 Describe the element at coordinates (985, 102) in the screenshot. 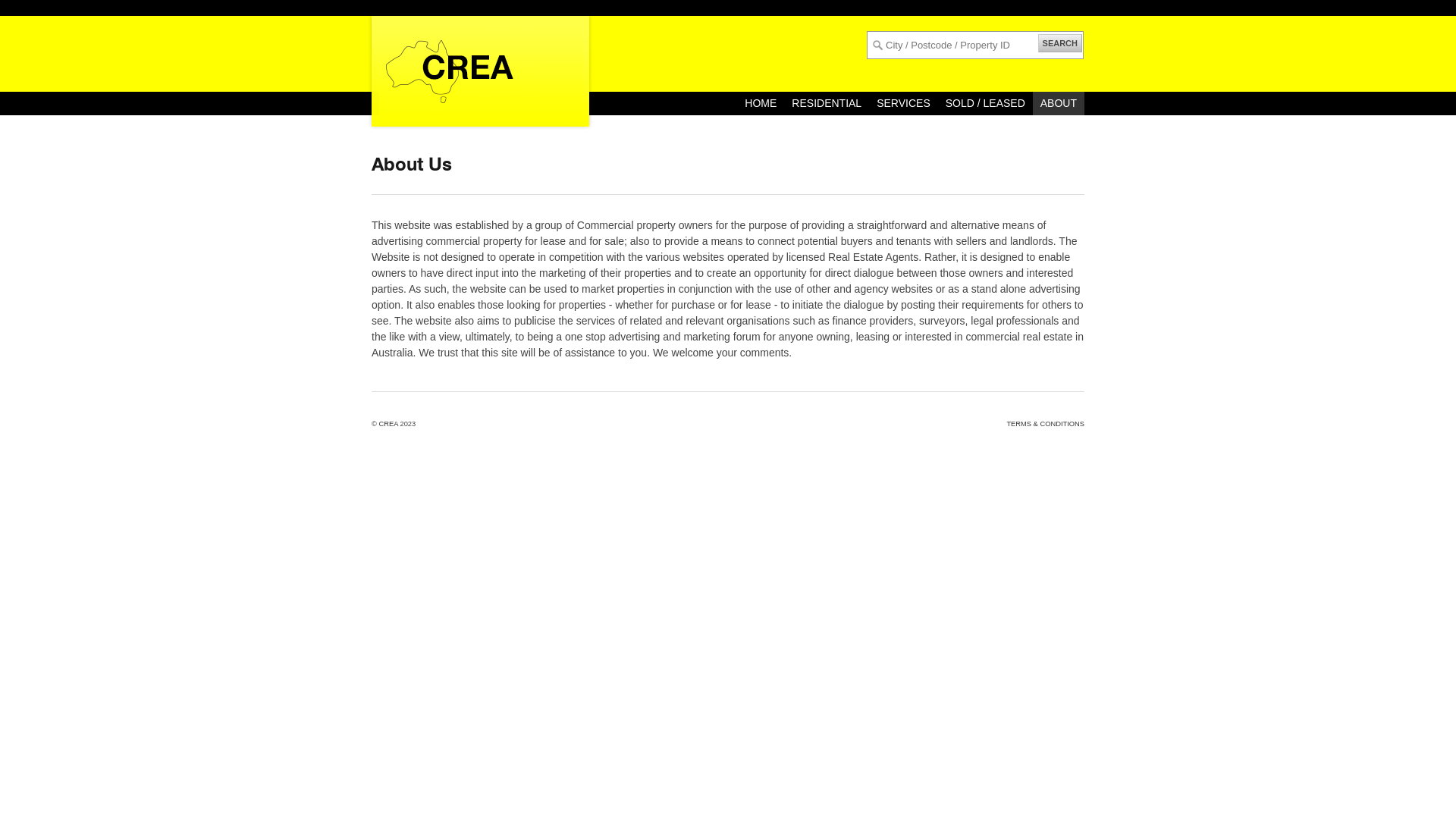

I see `'SOLD / LEASED'` at that location.